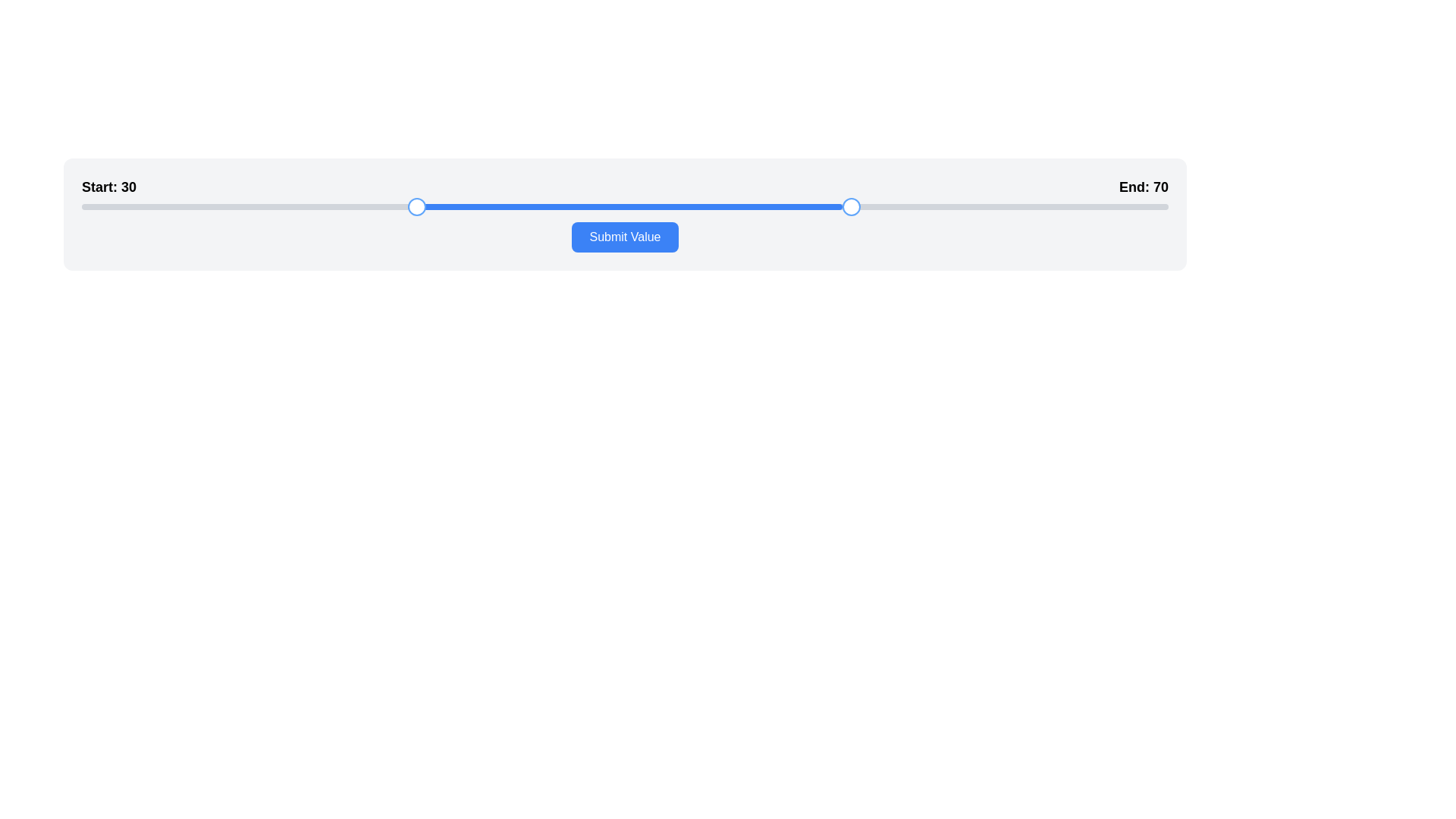 This screenshot has height=819, width=1456. I want to click on the 'Submit Value' button with a blue background and rounded corners, located below the horizontal progress bar, so click(625, 237).